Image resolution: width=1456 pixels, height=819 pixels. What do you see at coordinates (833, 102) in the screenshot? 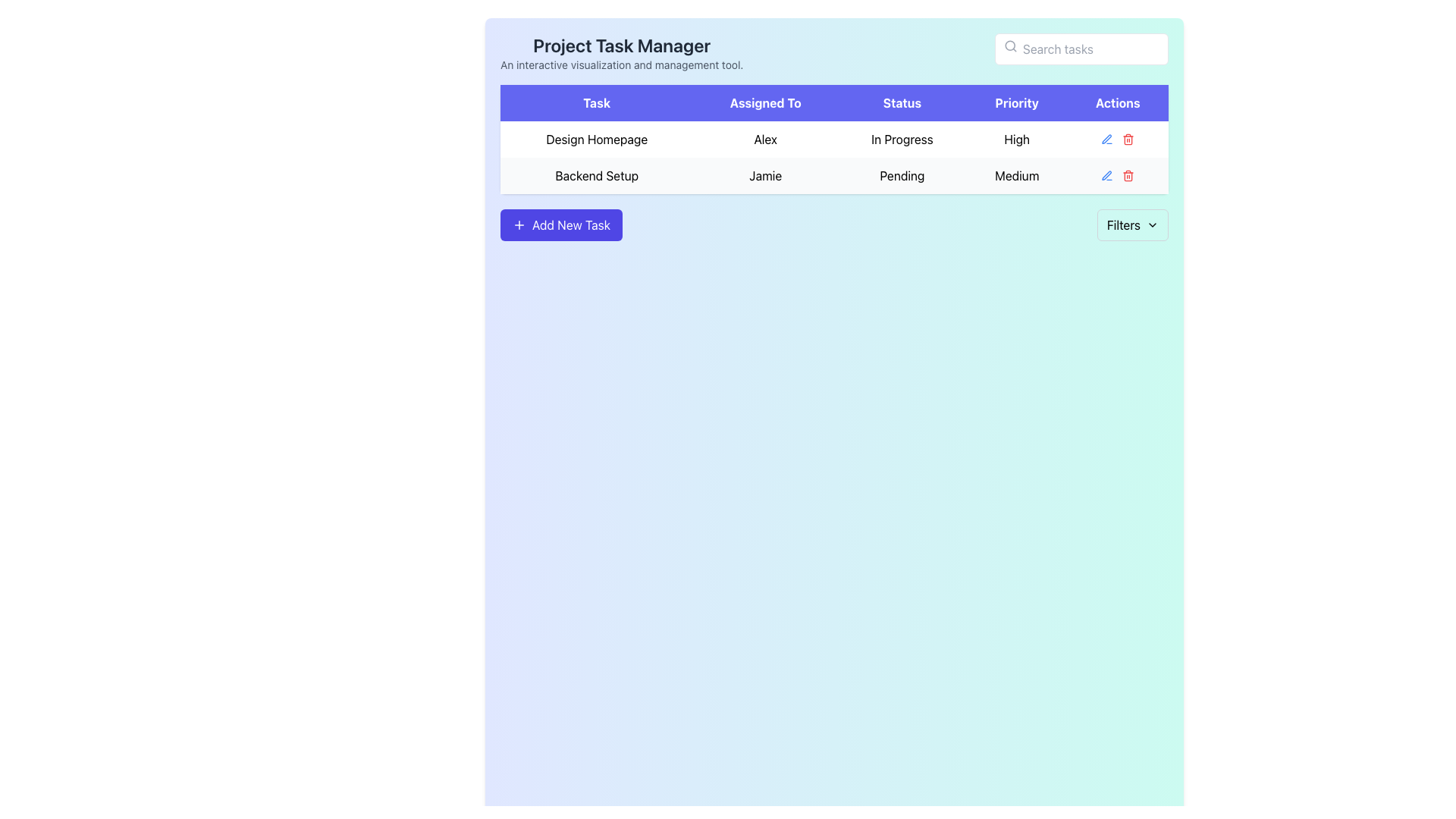
I see `the Table Header Row element that has an indigo-blue background and contains labels like 'Task', 'Assigned To', 'Status', 'Priority', 'Actions' by tabbing to it` at bounding box center [833, 102].